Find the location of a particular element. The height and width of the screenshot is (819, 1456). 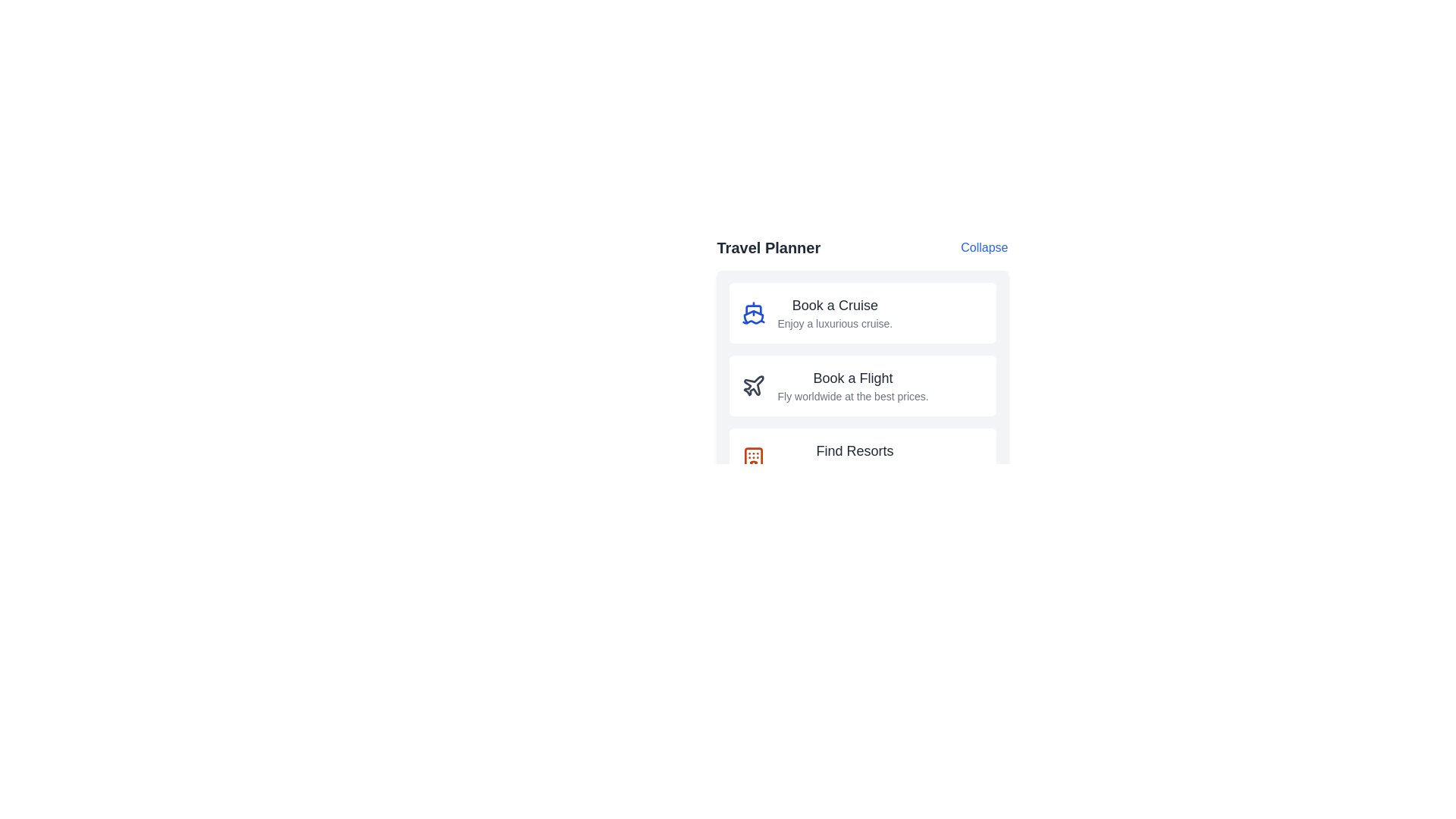

the interactive text button labeled 'Collapse' located at the top-right corner of the 'Travel Planner' header is located at coordinates (984, 247).